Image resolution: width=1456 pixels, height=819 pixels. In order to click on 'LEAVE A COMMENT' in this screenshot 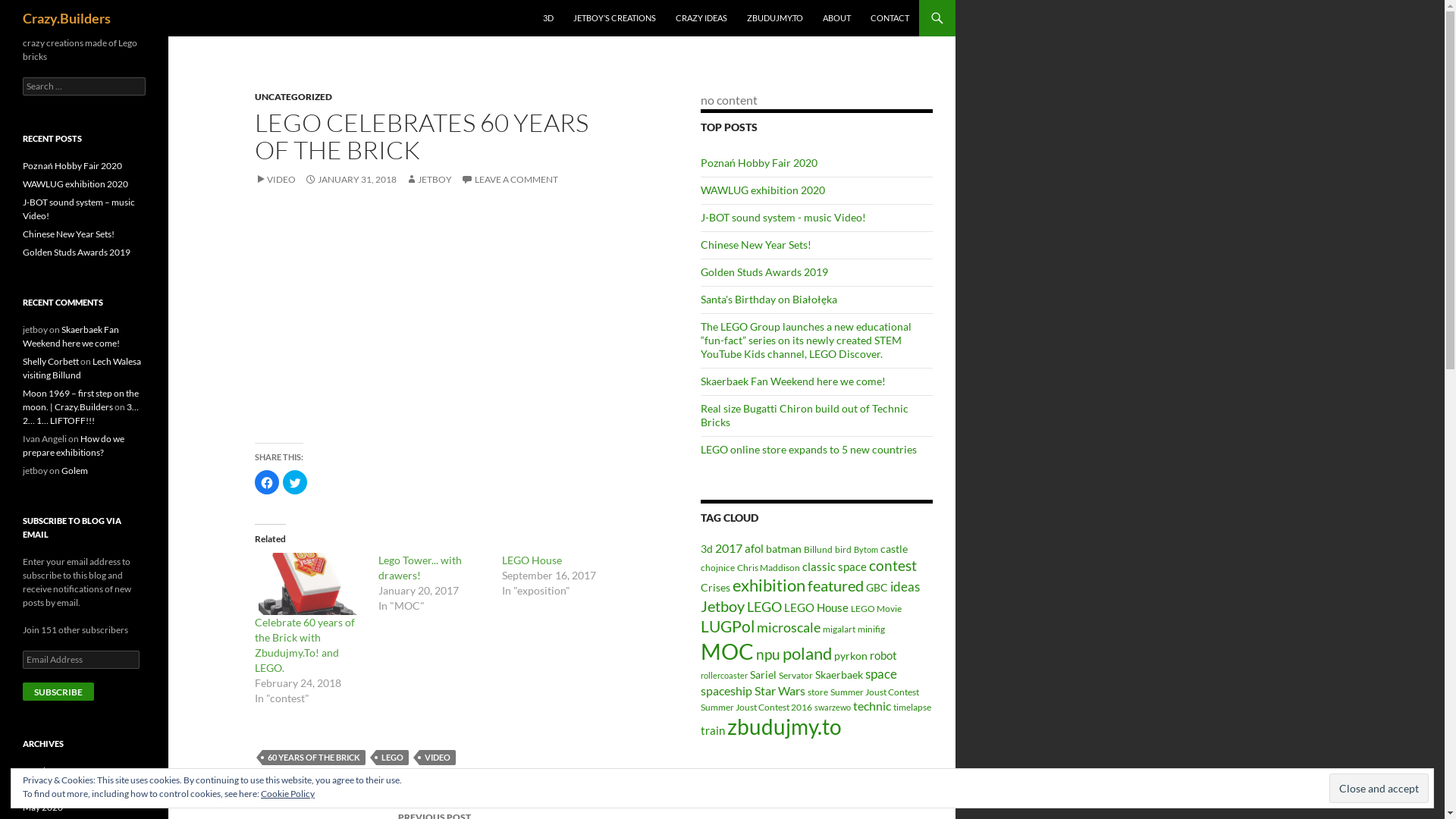, I will do `click(510, 178)`.